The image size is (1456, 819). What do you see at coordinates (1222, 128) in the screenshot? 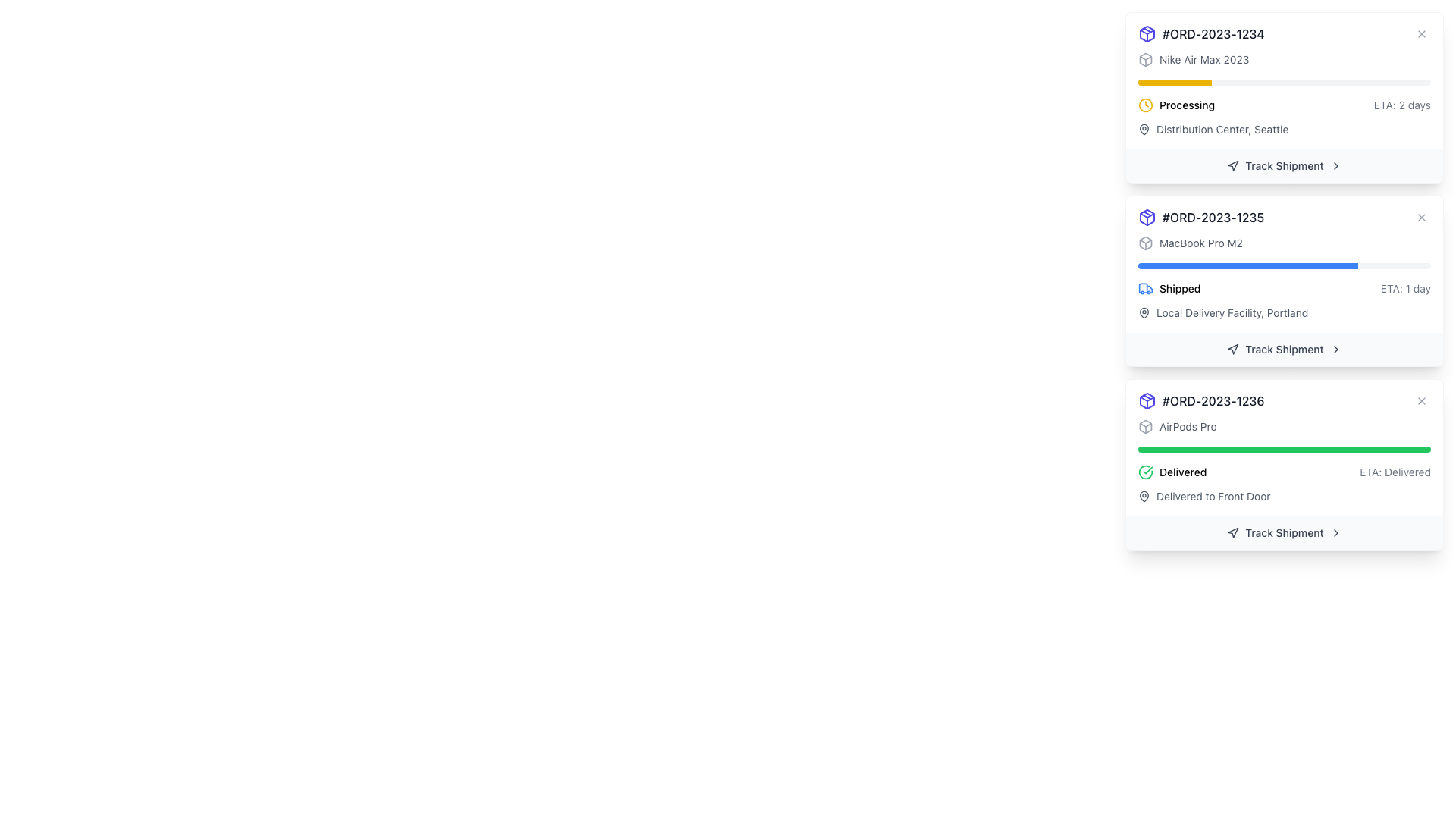
I see `the text label that indicates the shipment's current processing center, which reads 'Distribution Center, Seattle', located within the shipment card #ORD-2023-1234, below the yellow progress bar and beside the location icon` at bounding box center [1222, 128].